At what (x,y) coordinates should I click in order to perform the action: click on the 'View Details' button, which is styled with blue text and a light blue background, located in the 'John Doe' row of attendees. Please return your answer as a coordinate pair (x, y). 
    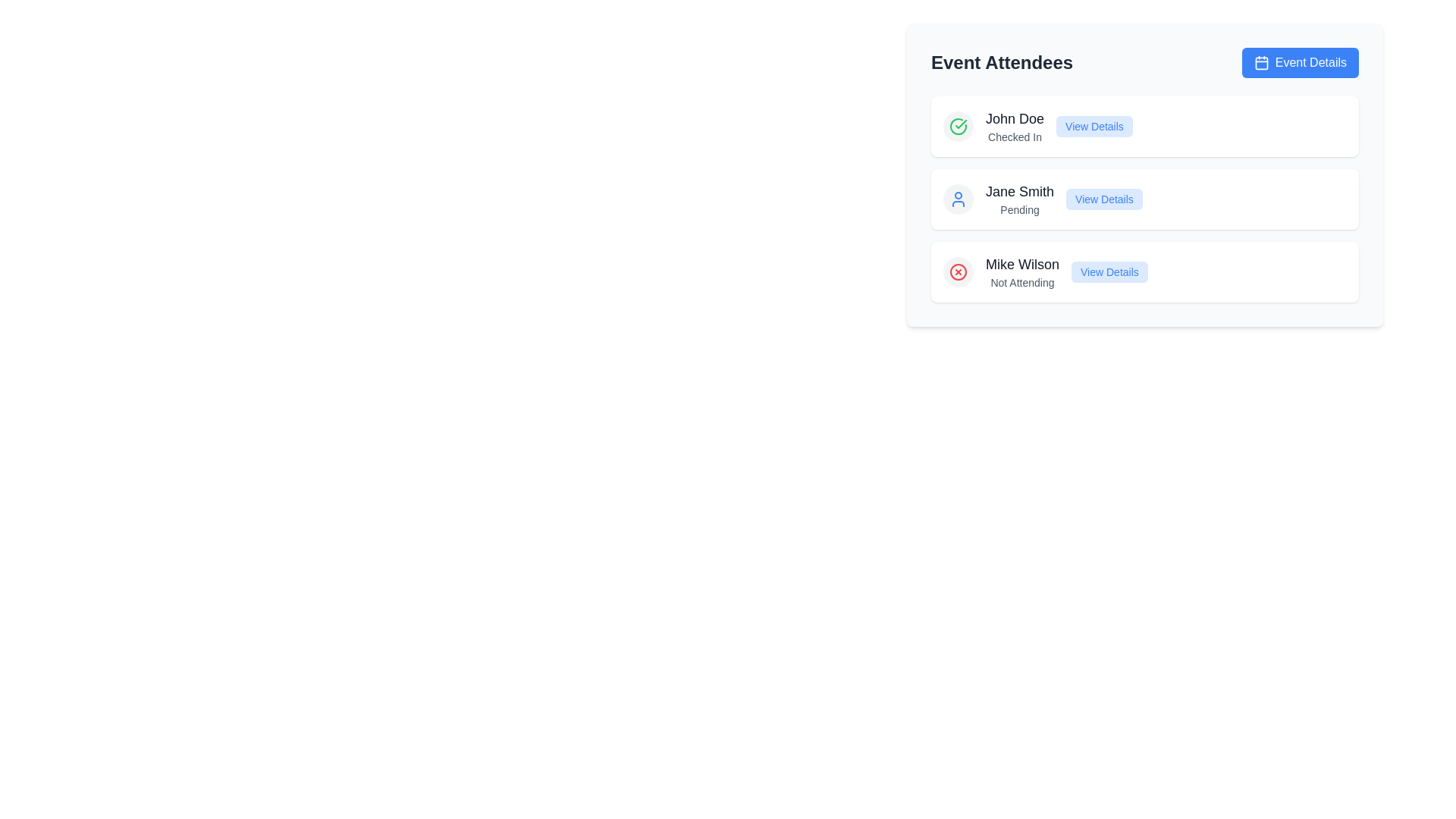
    Looking at the image, I should click on (1094, 125).